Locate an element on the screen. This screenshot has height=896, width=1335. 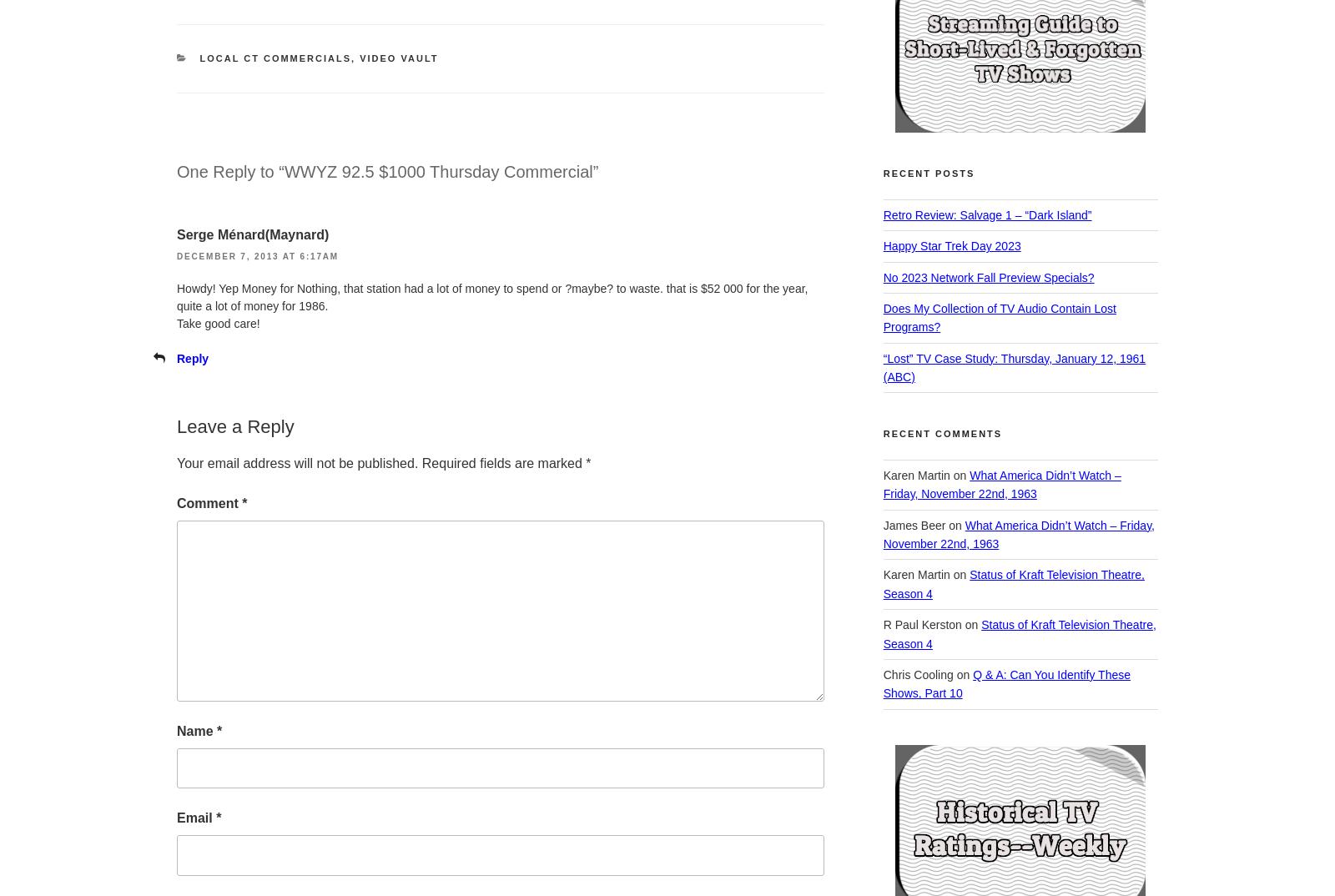
'R Paul Kerston' is located at coordinates (921, 625).